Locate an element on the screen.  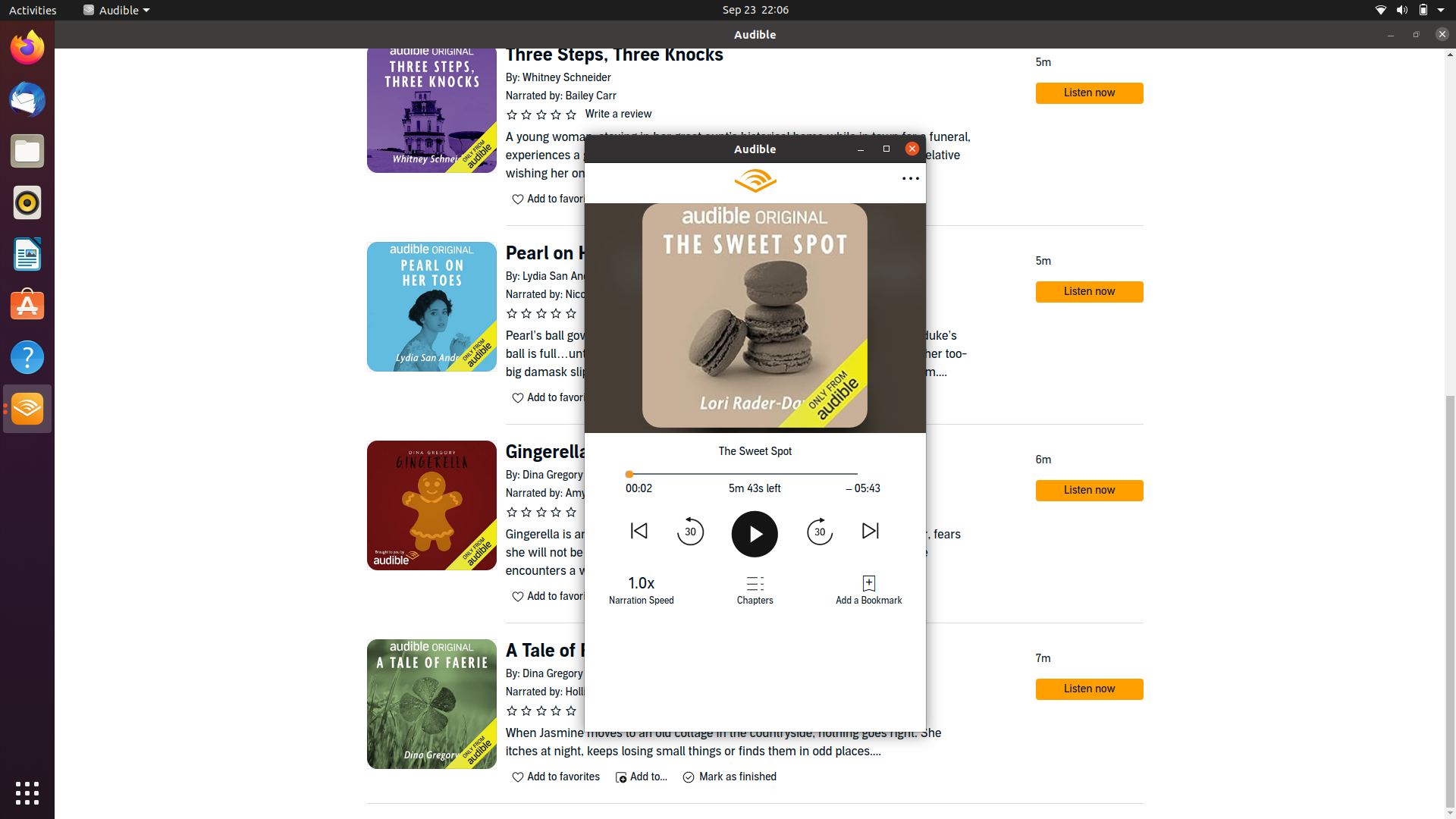
the book"s center is located at coordinates (753, 473).